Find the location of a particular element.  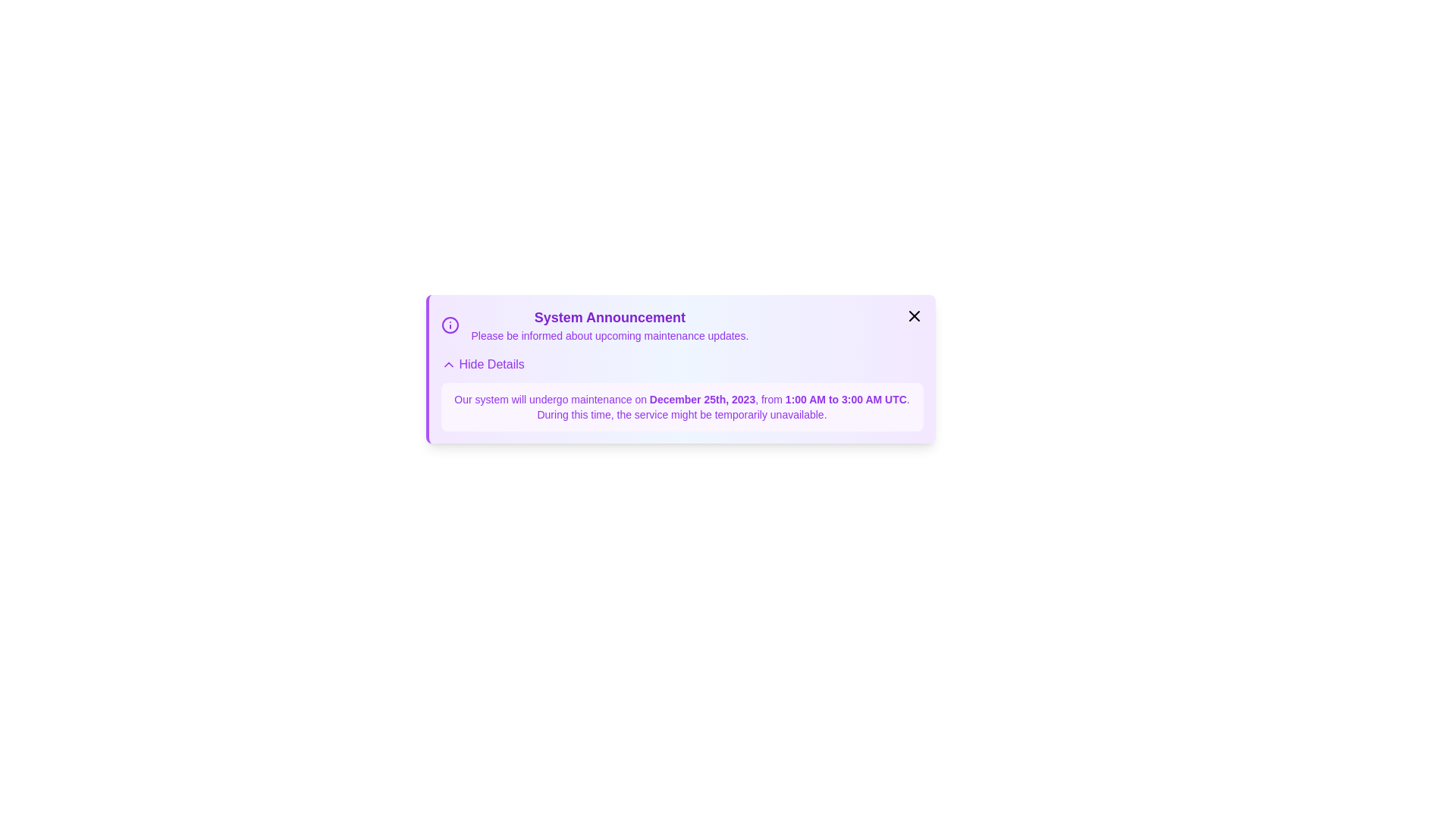

important announcement text displayed in the Text block which contains a heading and description, positioned above an expandable details section is located at coordinates (610, 324).